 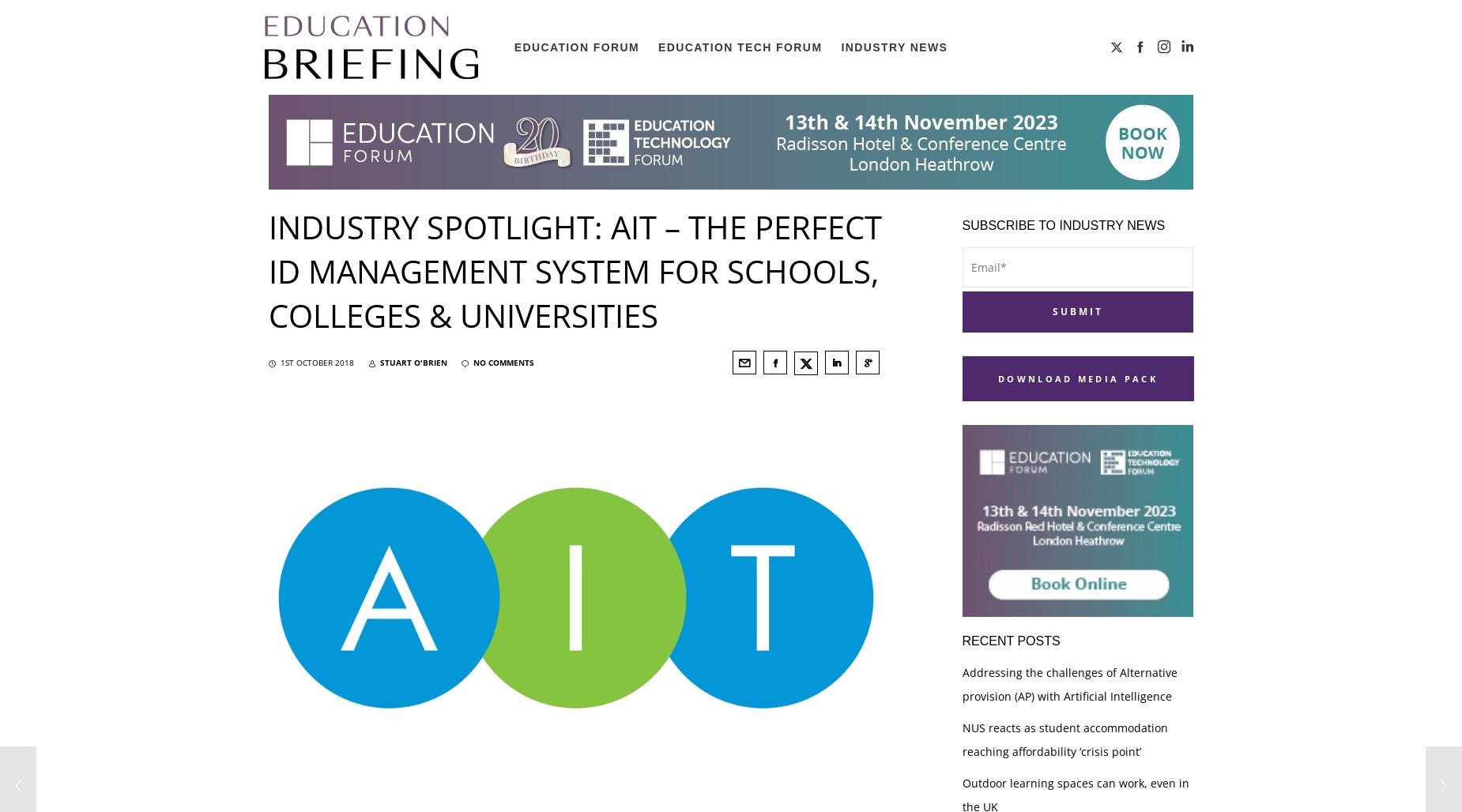 What do you see at coordinates (280, 362) in the screenshot?
I see `'1st October 2018'` at bounding box center [280, 362].